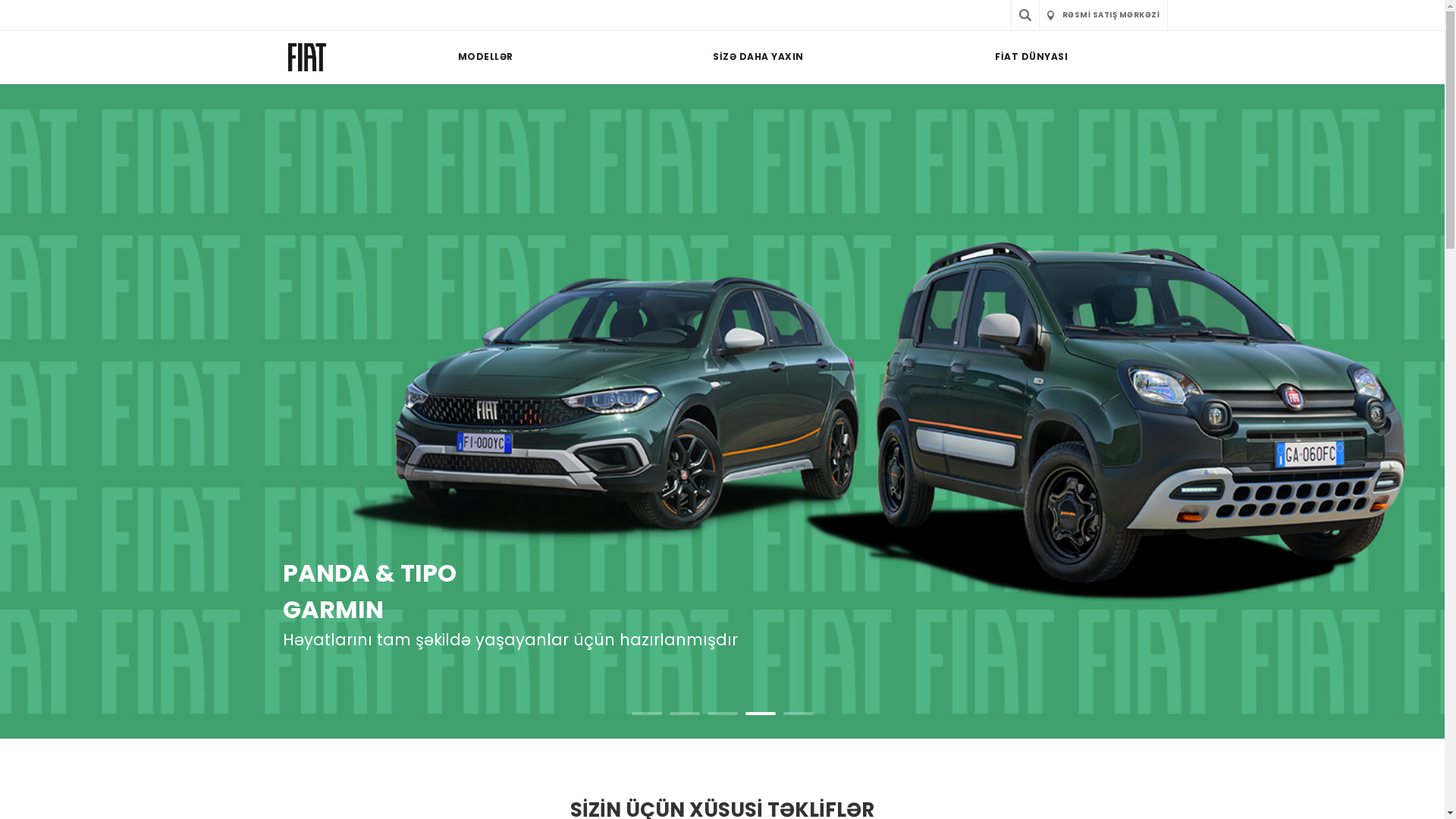 The width and height of the screenshot is (1456, 819). What do you see at coordinates (645, 714) in the screenshot?
I see `'1'` at bounding box center [645, 714].